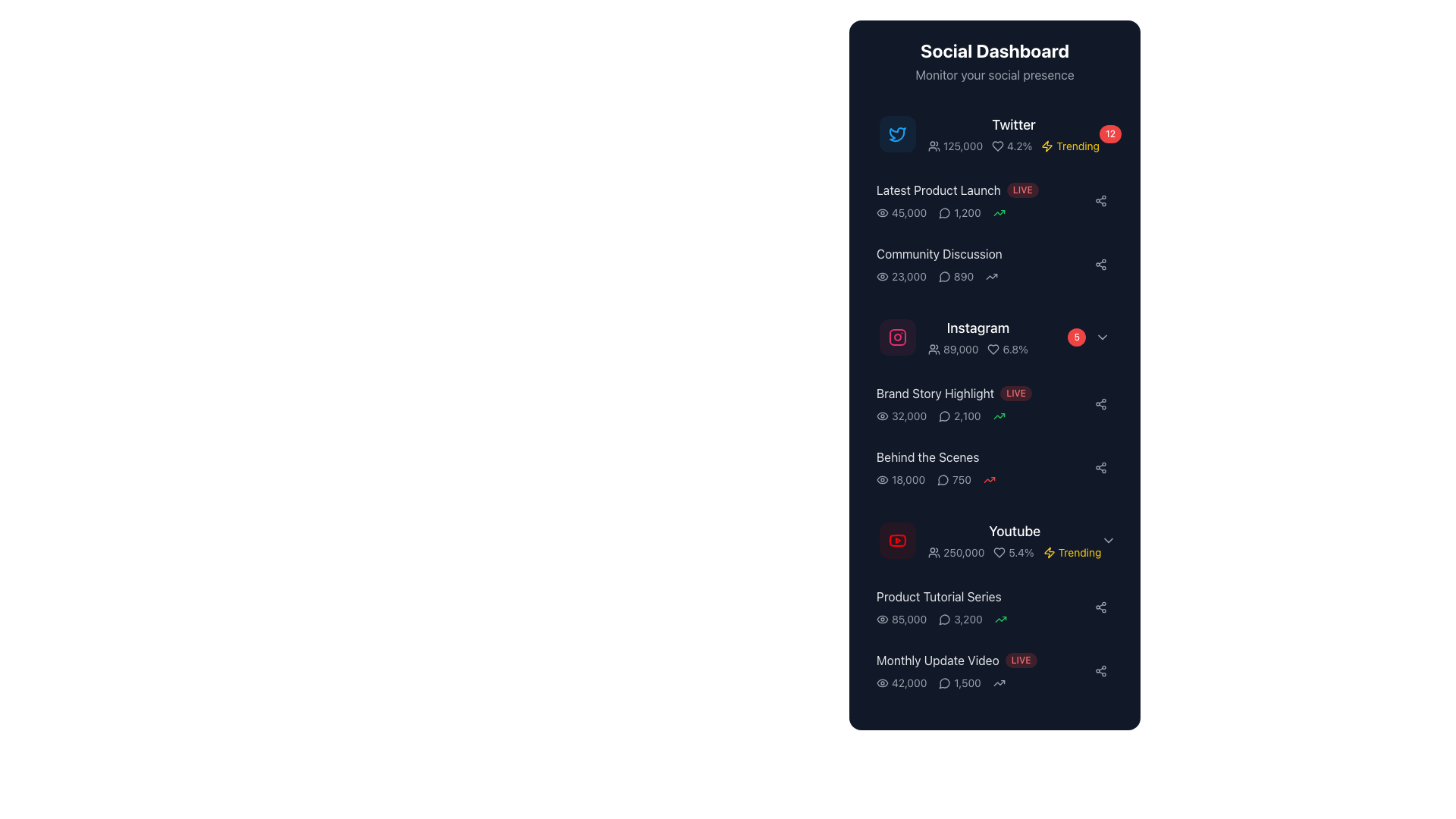 This screenshot has width=1456, height=819. What do you see at coordinates (990, 479) in the screenshot?
I see `the increase metric icon located at the far right of the bottommost row in the 'Behind the Scenes' section of the 'Social Dashboard'` at bounding box center [990, 479].